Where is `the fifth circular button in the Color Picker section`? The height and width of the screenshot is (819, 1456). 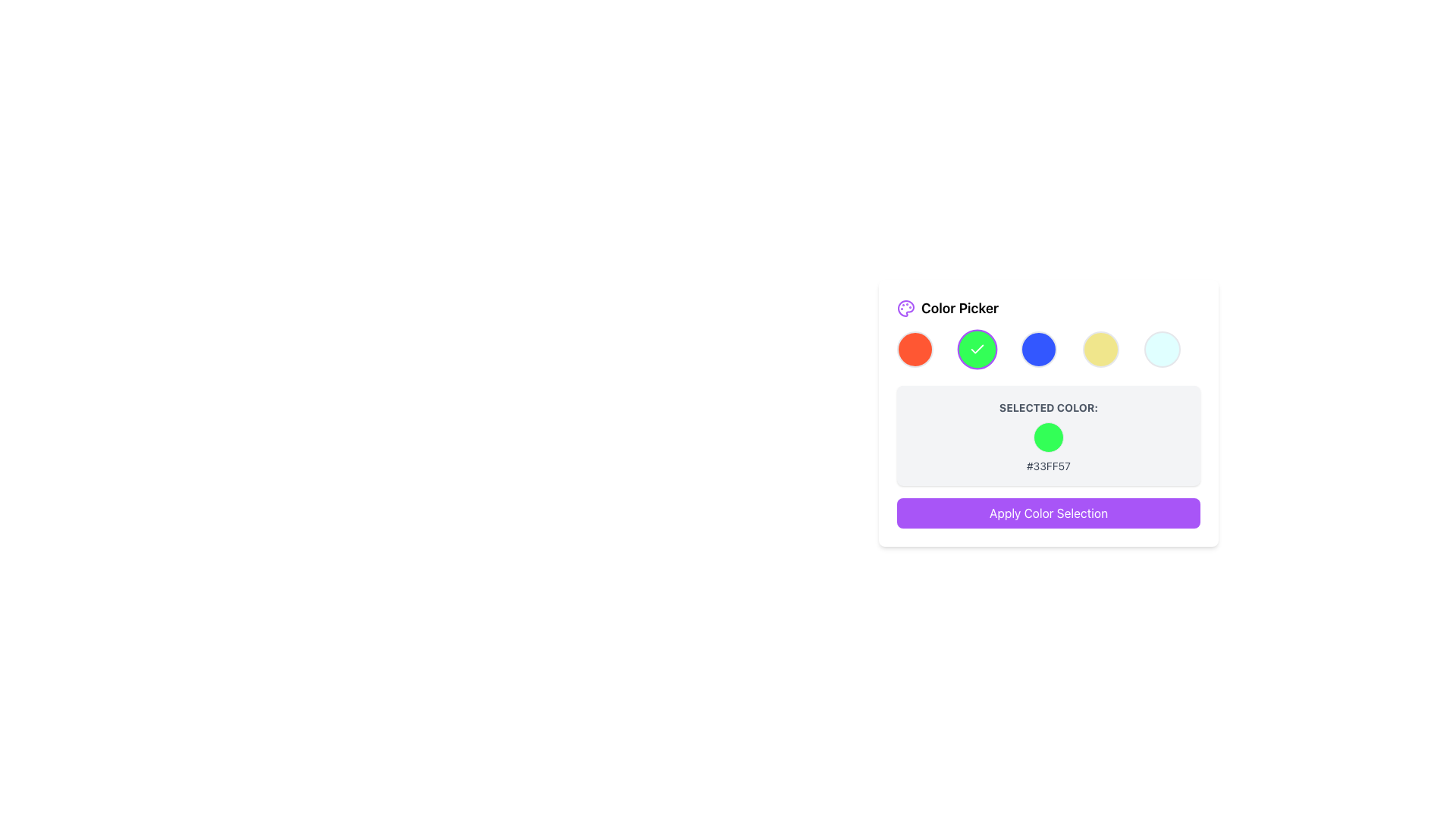 the fifth circular button in the Color Picker section is located at coordinates (1100, 350).